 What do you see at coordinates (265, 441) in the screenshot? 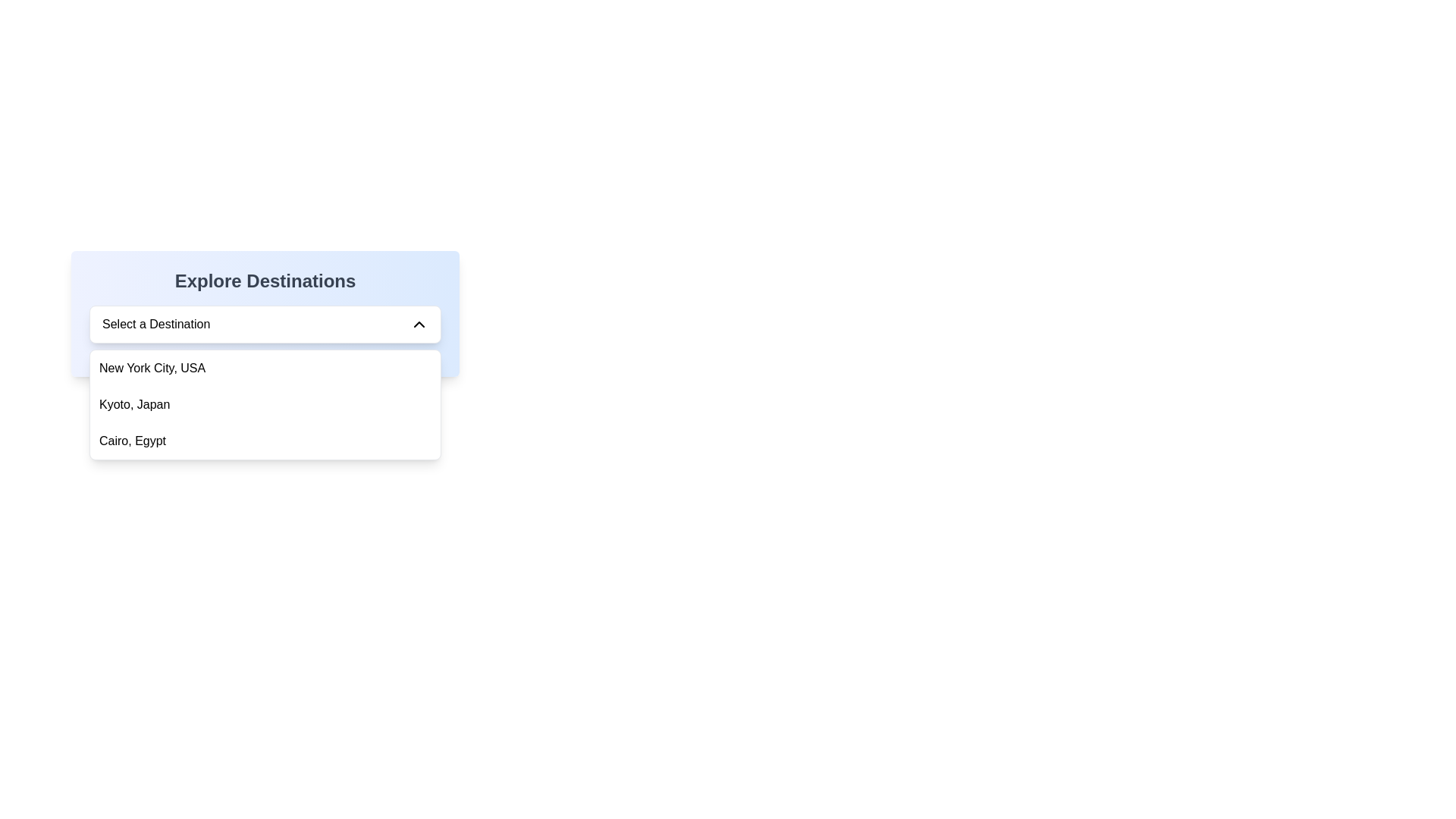
I see `the third item in the dropdown menu` at bounding box center [265, 441].